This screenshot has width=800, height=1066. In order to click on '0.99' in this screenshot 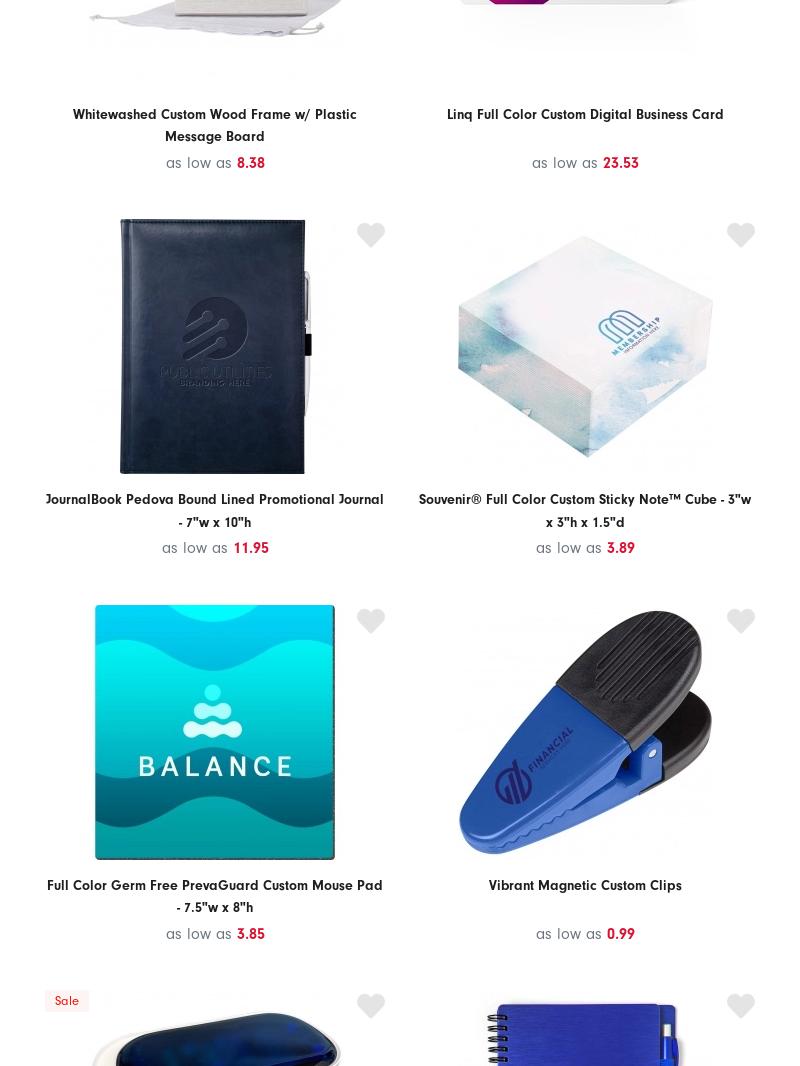, I will do `click(620, 932)`.